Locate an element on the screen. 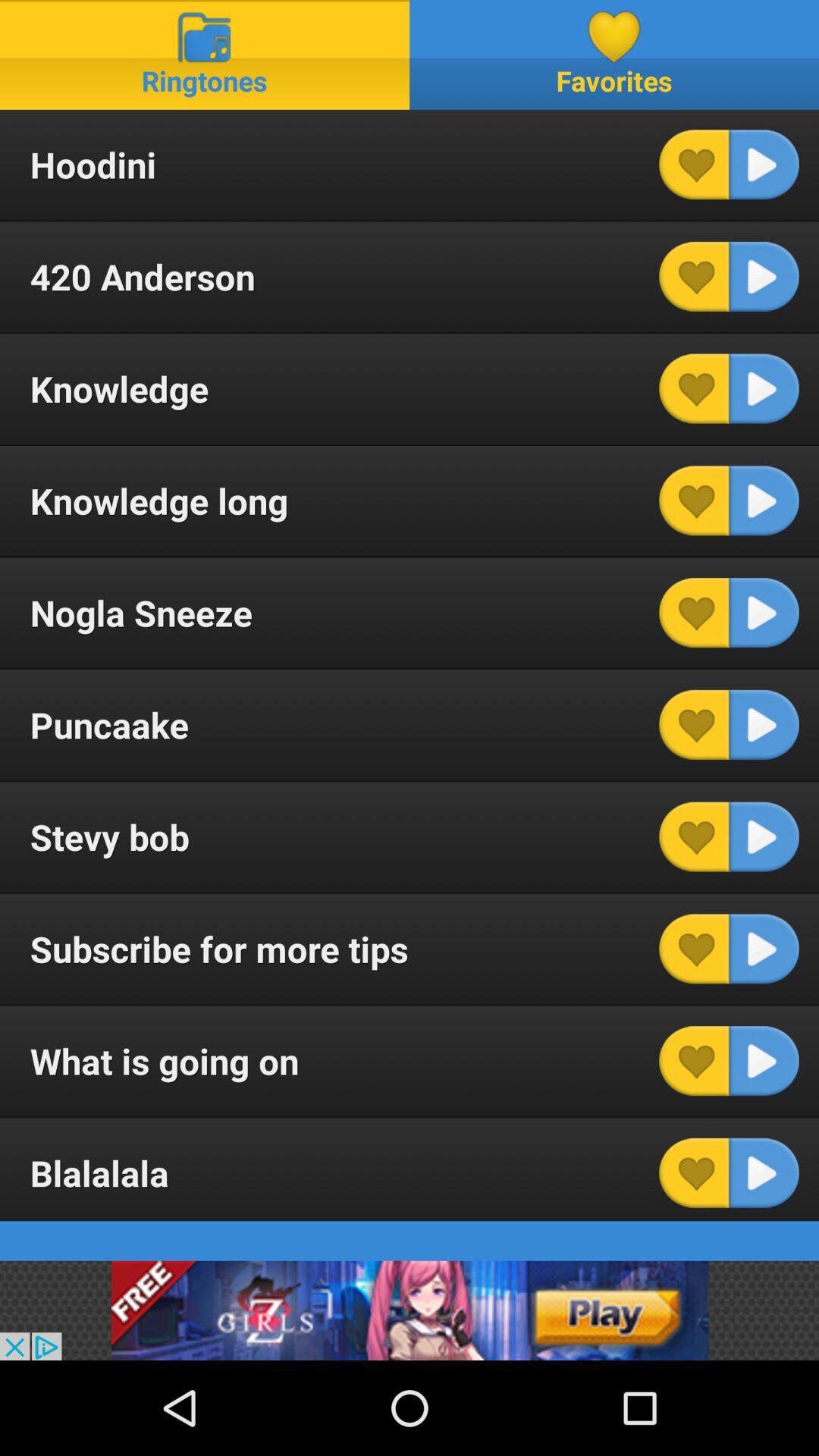 Image resolution: width=819 pixels, height=1456 pixels. click on like is located at coordinates (694, 1172).